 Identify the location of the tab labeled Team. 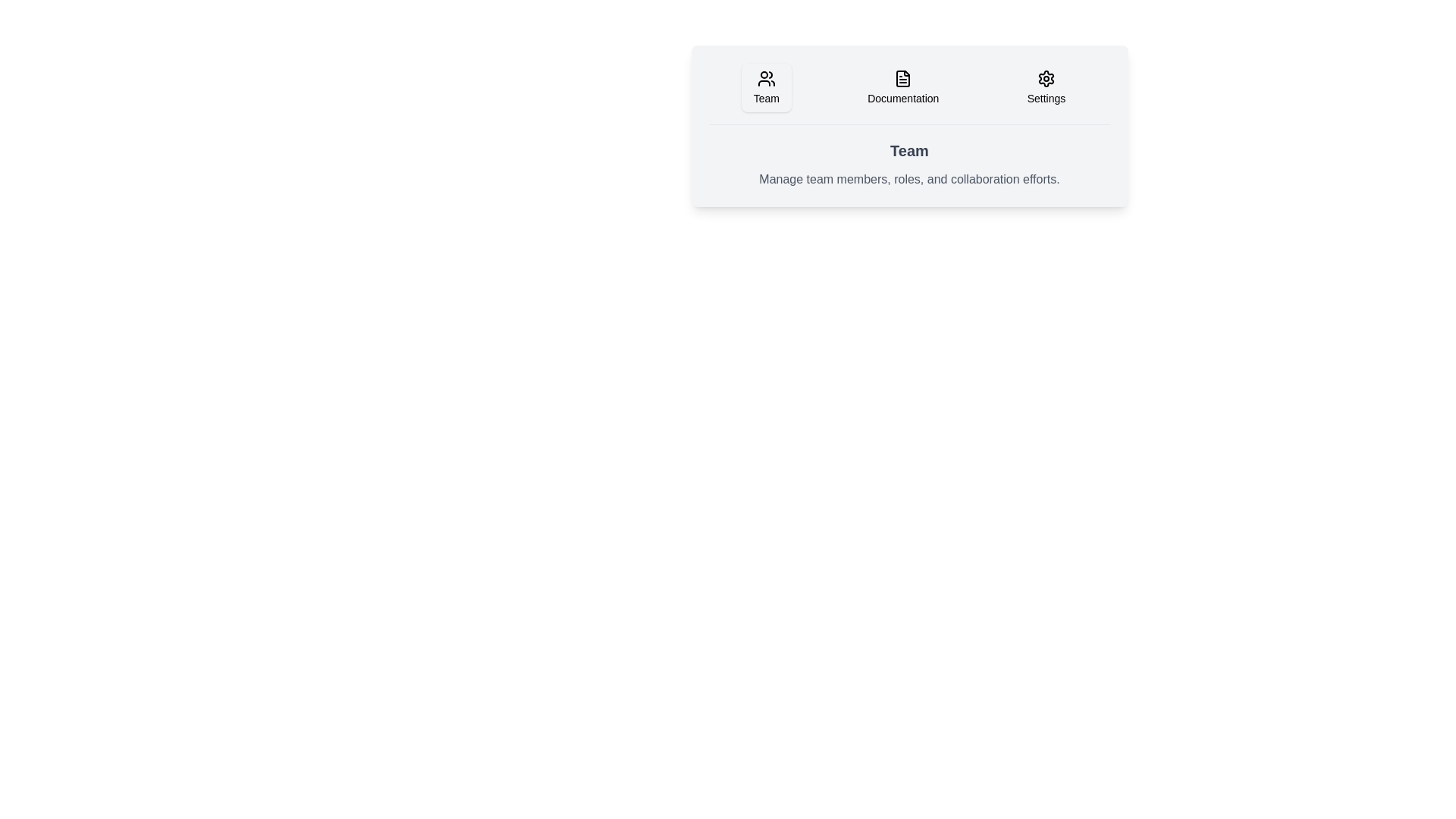
(766, 87).